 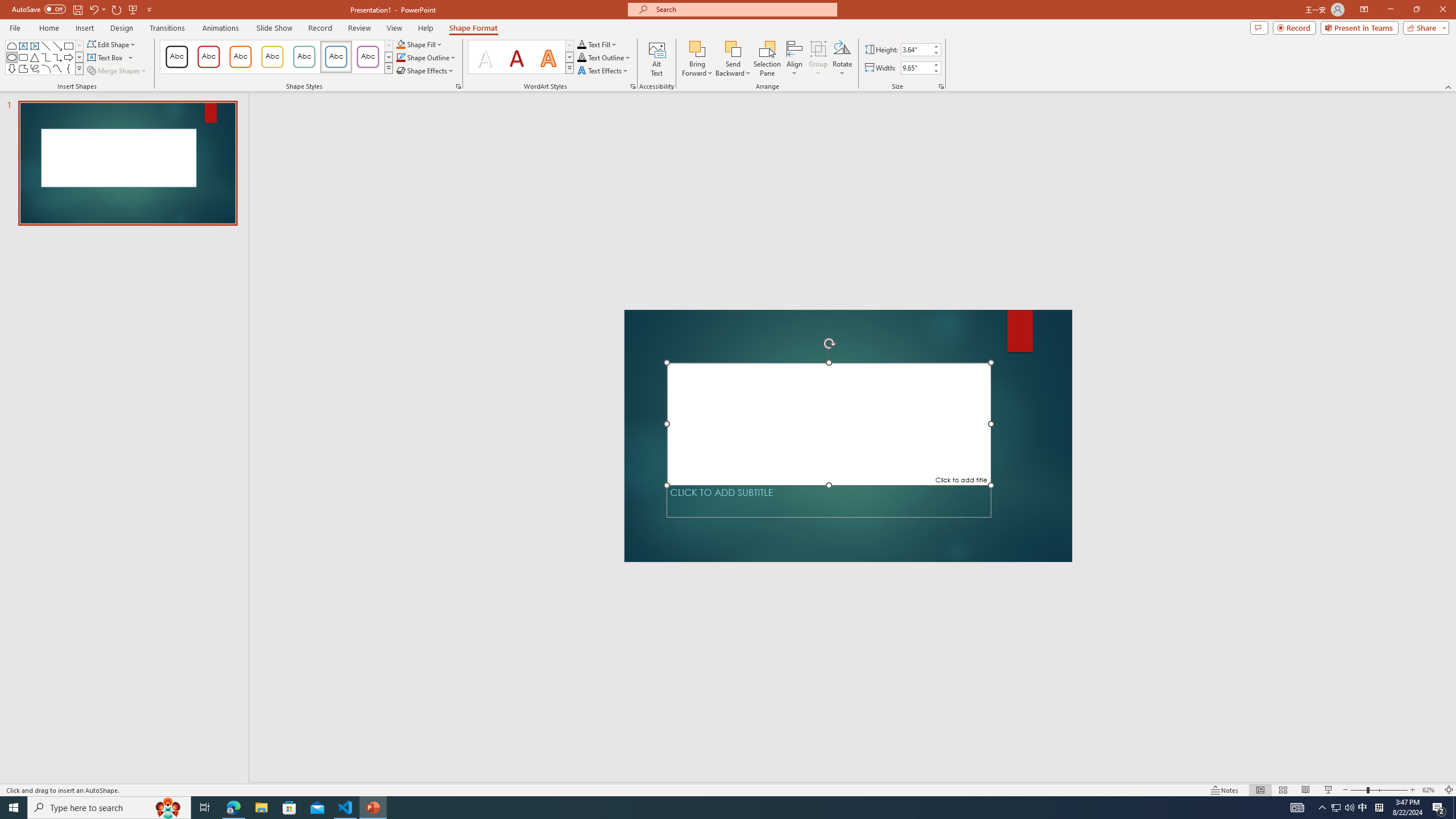 What do you see at coordinates (818, 59) in the screenshot?
I see `'Group'` at bounding box center [818, 59].